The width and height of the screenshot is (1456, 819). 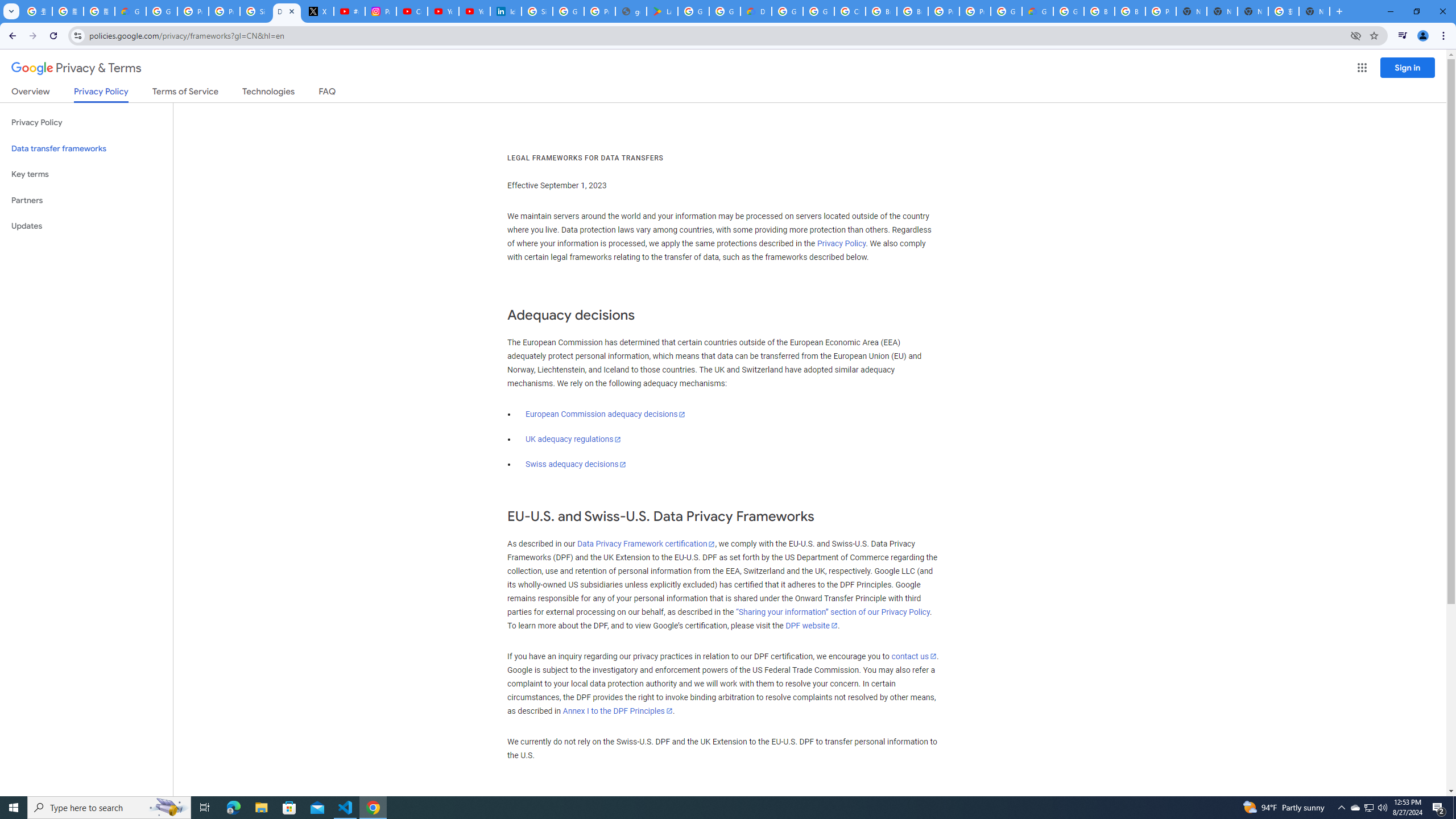 I want to click on 'Privacy Help Center - Policies Help', so click(x=192, y=11).